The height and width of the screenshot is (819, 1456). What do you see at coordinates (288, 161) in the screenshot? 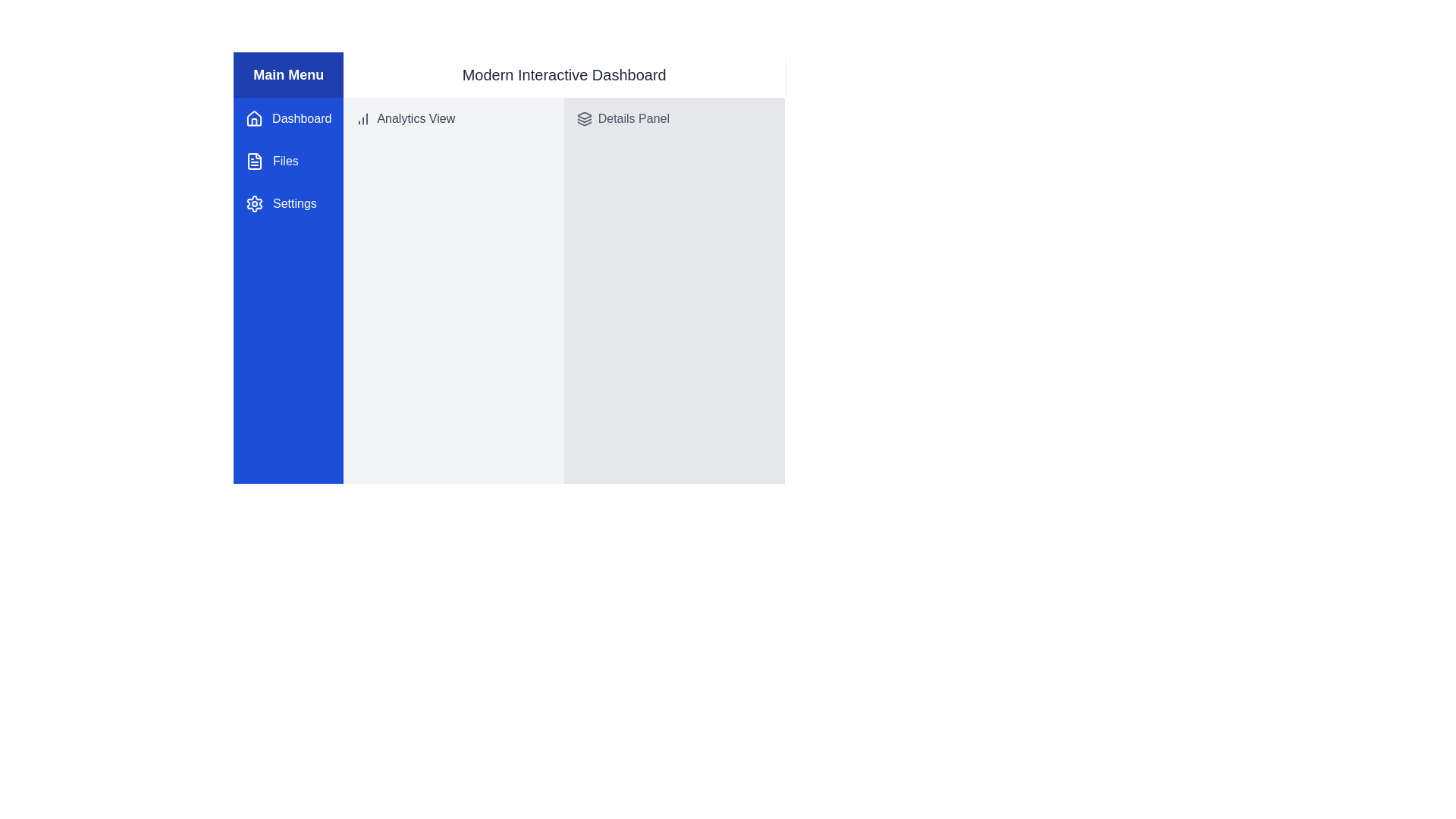
I see `the second menu item in the vertical list of the left sidebar under 'Main Menu'` at bounding box center [288, 161].